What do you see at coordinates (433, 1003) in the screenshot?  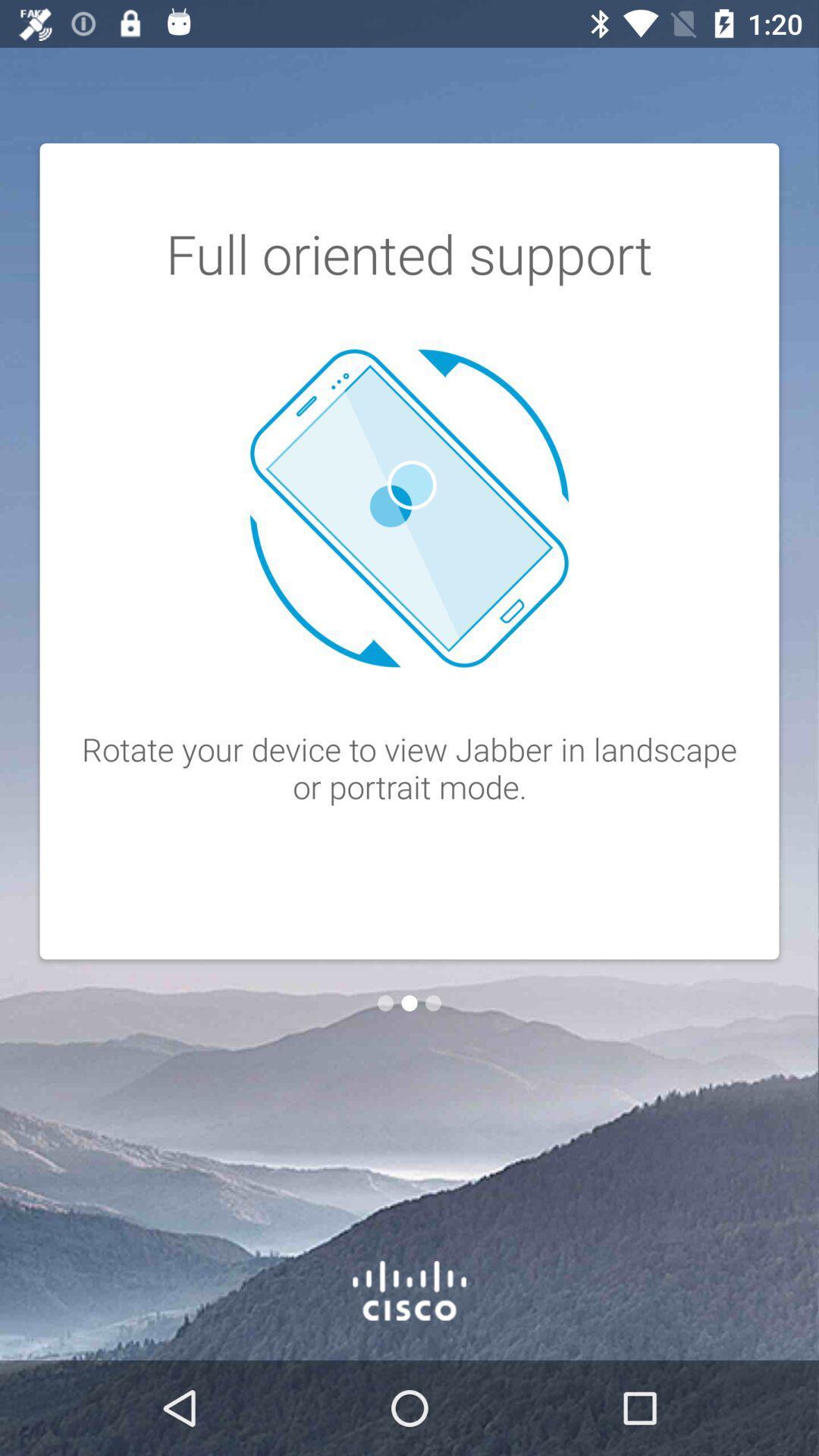 I see `item below the rotate your device` at bounding box center [433, 1003].